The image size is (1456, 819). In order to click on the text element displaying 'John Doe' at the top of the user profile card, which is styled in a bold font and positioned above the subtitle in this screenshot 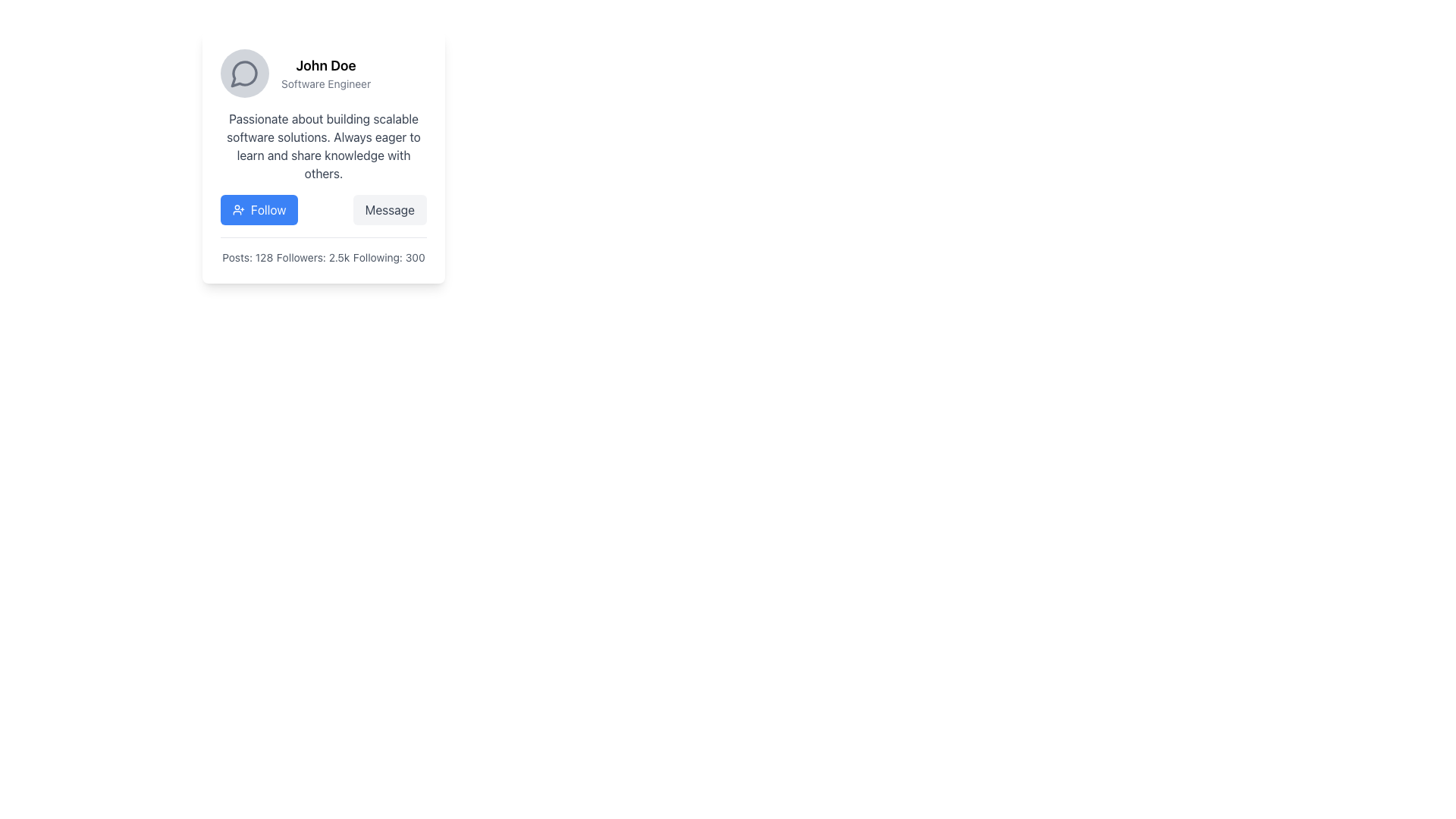, I will do `click(325, 65)`.